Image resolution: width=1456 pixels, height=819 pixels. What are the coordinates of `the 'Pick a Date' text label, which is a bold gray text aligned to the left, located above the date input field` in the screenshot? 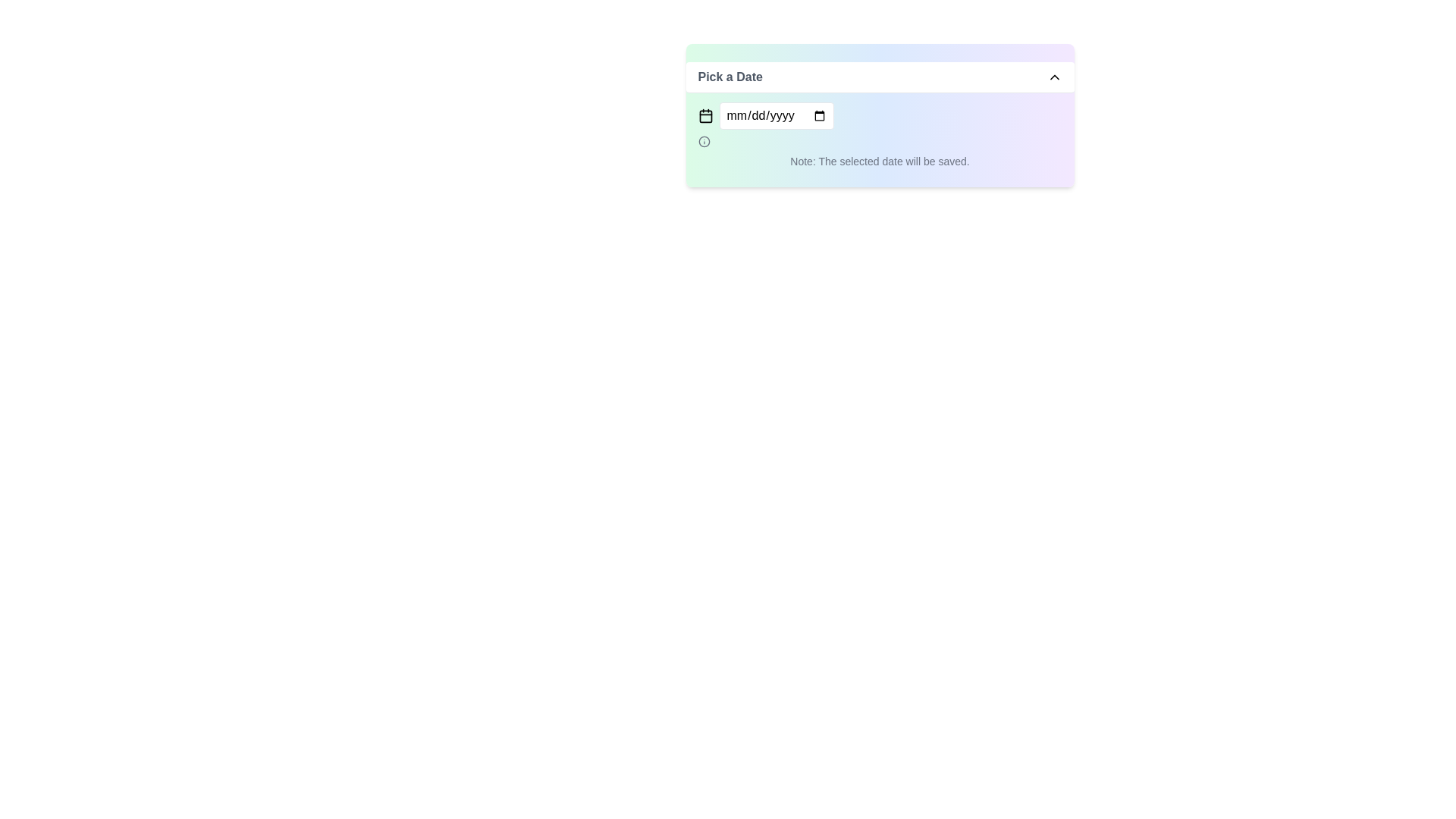 It's located at (730, 77).